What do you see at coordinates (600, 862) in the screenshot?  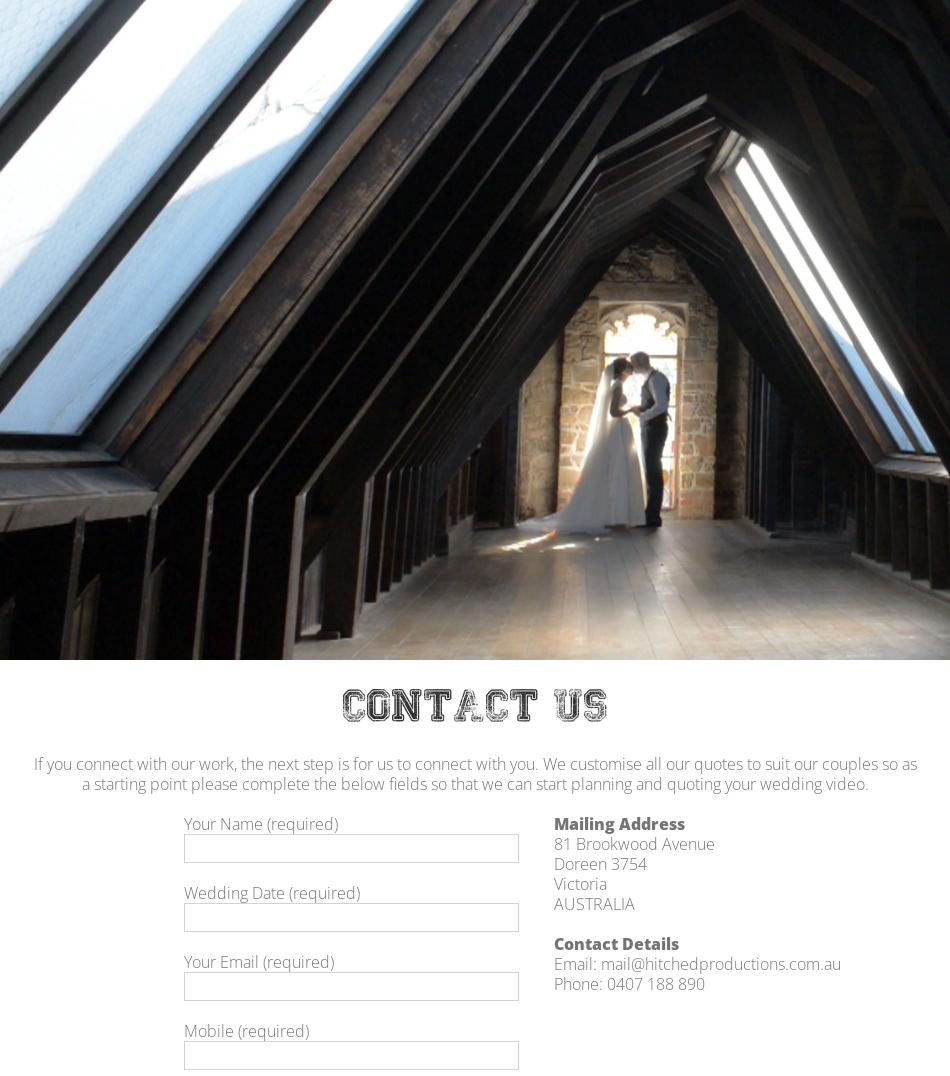 I see `'Doreen 3754'` at bounding box center [600, 862].